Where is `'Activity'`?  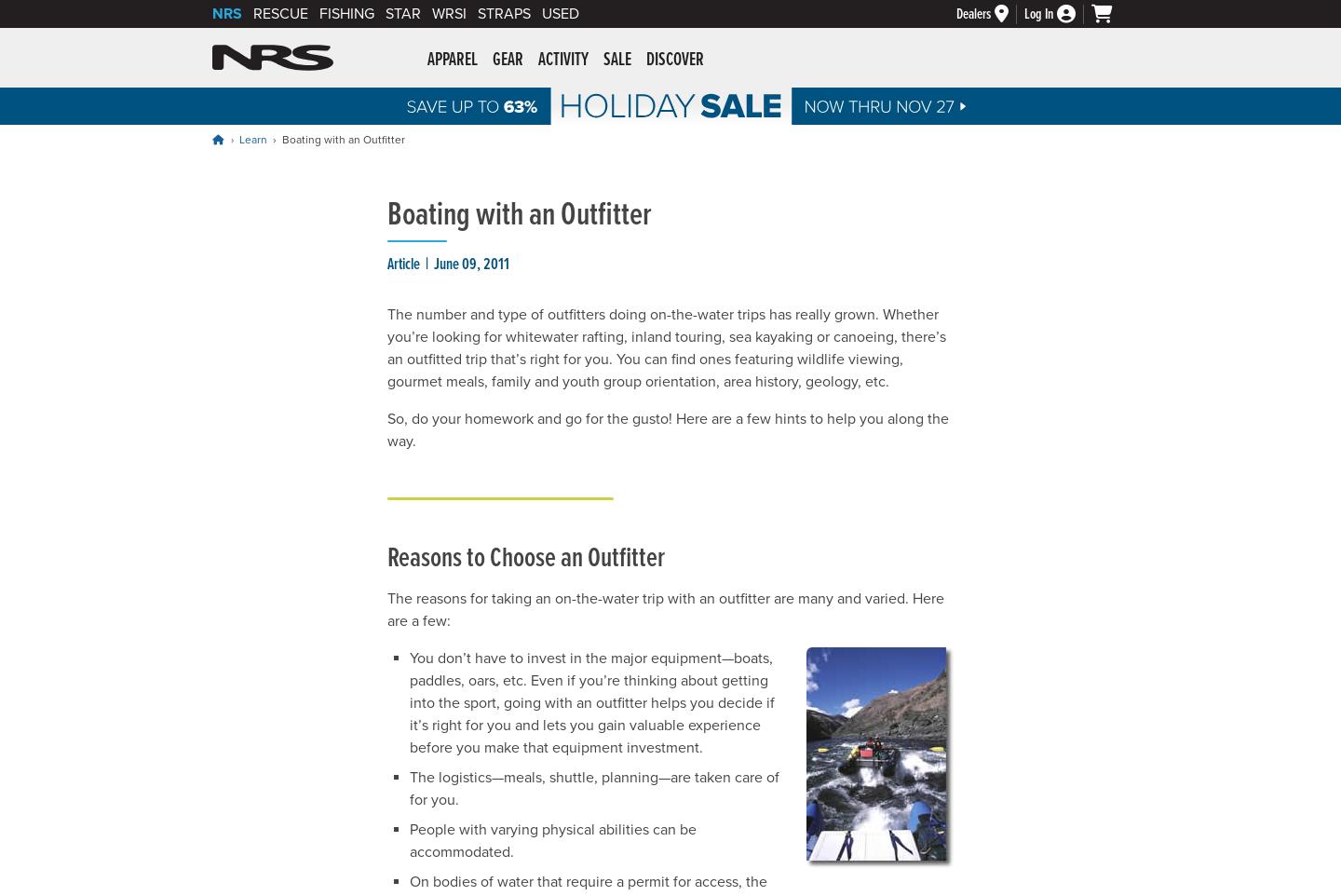 'Activity' is located at coordinates (561, 59).